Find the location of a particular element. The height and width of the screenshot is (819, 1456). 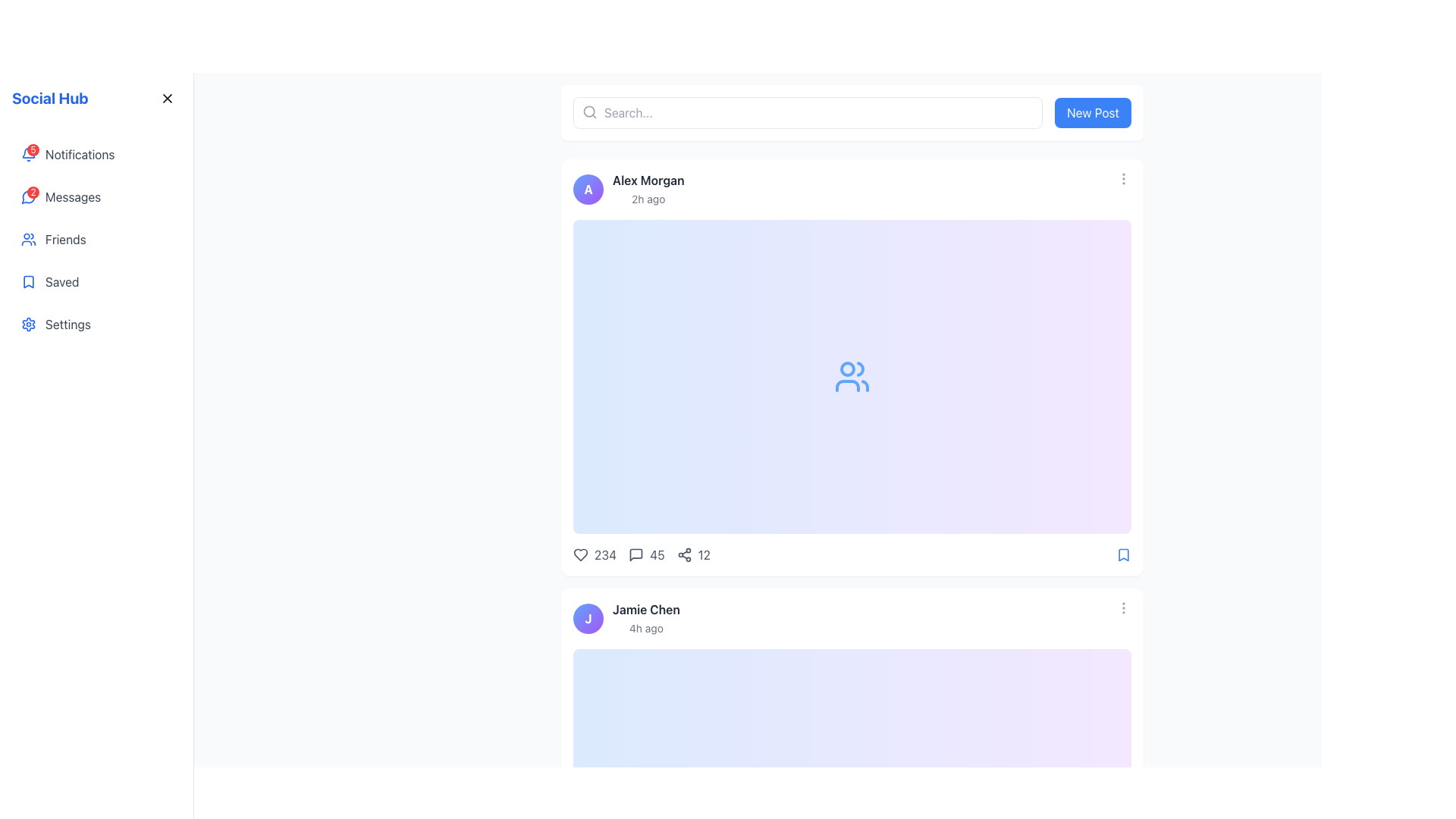

the 'X' icon button located to the right of the 'Social Hub' text label is located at coordinates (167, 99).